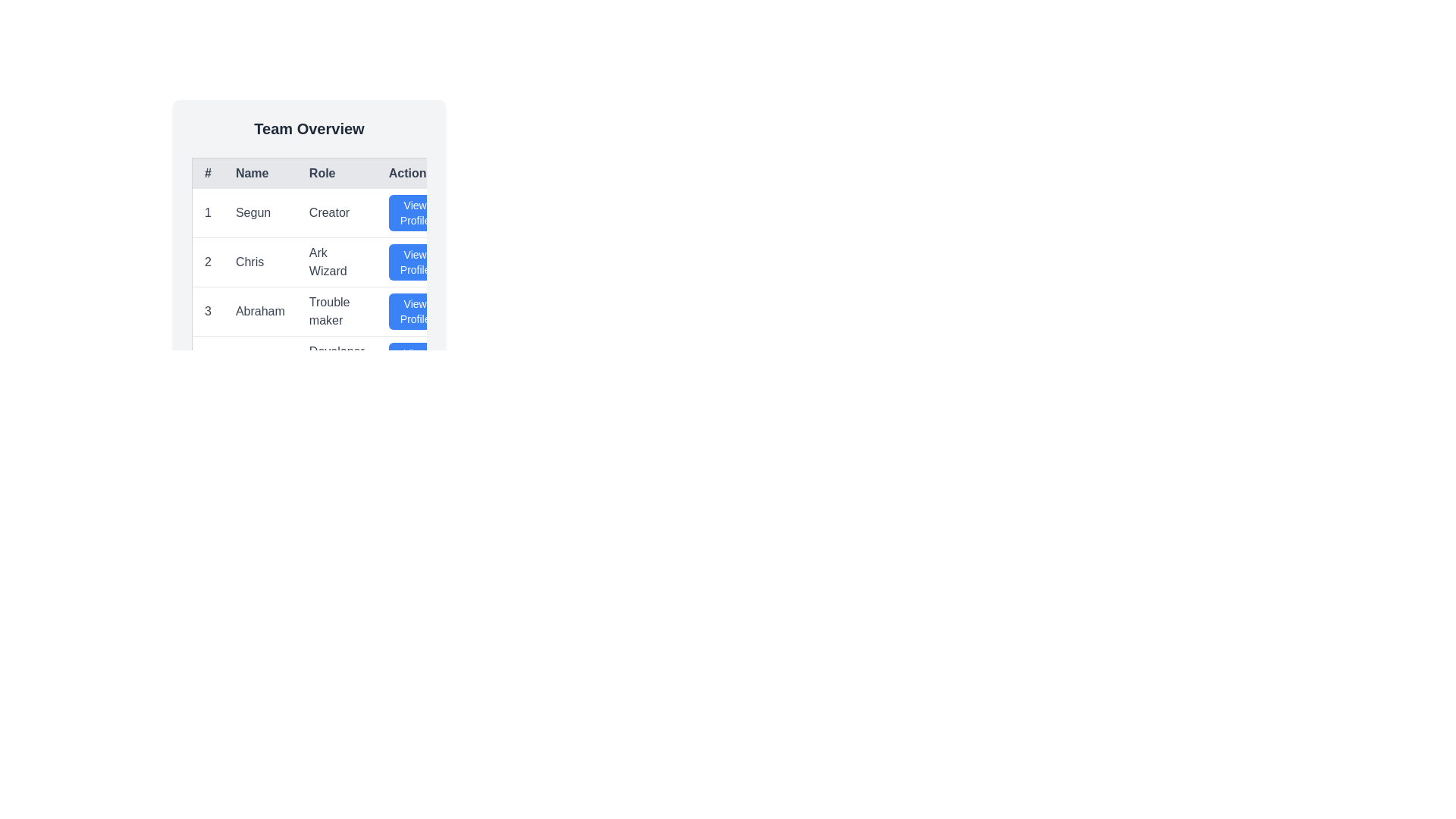 The image size is (1456, 819). Describe the element at coordinates (422, 262) in the screenshot. I see `the button located in the second action column of the data table for the row labeled 'Chris'` at that location.